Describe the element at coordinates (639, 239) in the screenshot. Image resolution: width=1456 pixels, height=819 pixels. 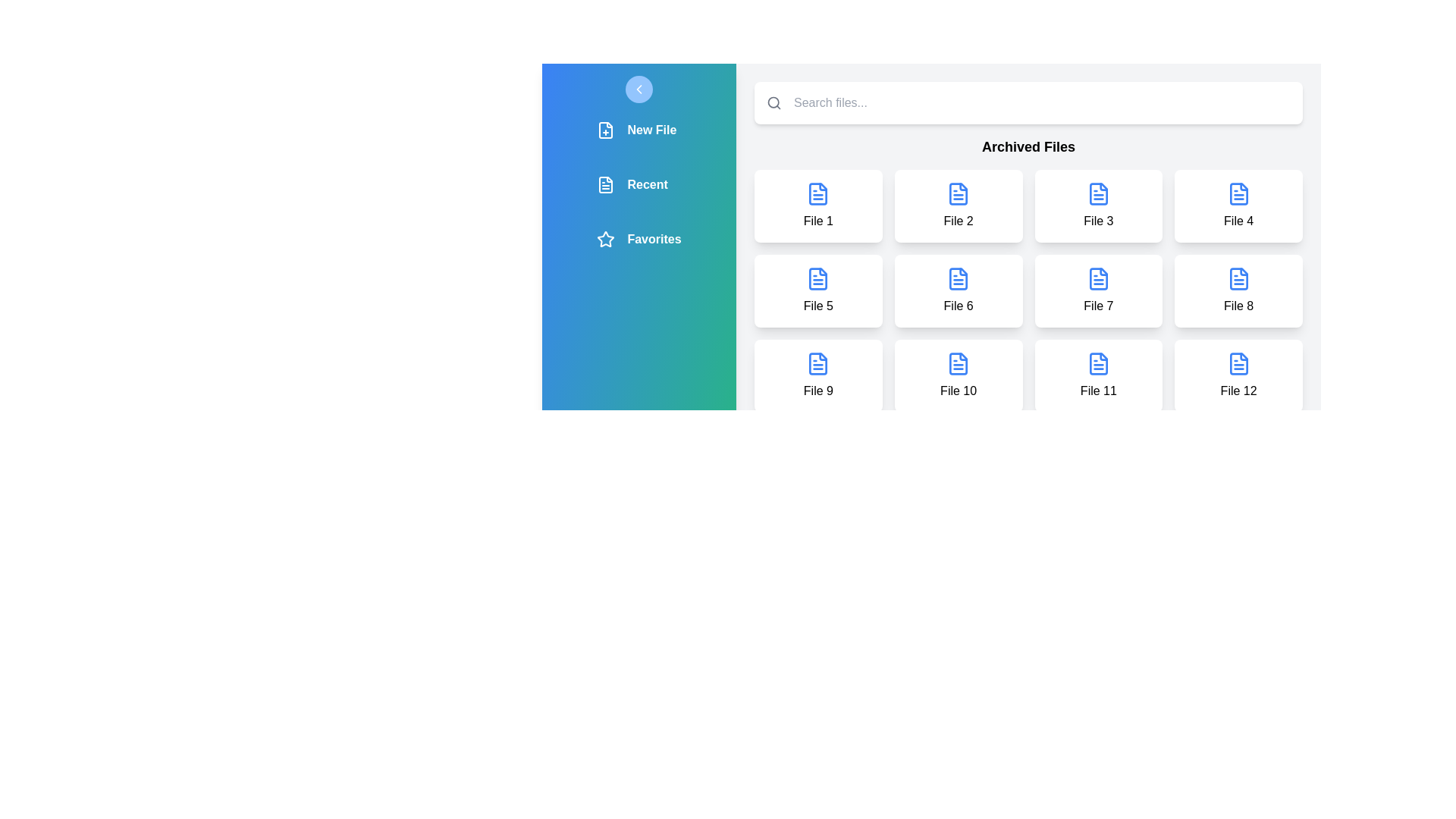
I see `the navigation item labeled Favorites to see its hover effect` at that location.